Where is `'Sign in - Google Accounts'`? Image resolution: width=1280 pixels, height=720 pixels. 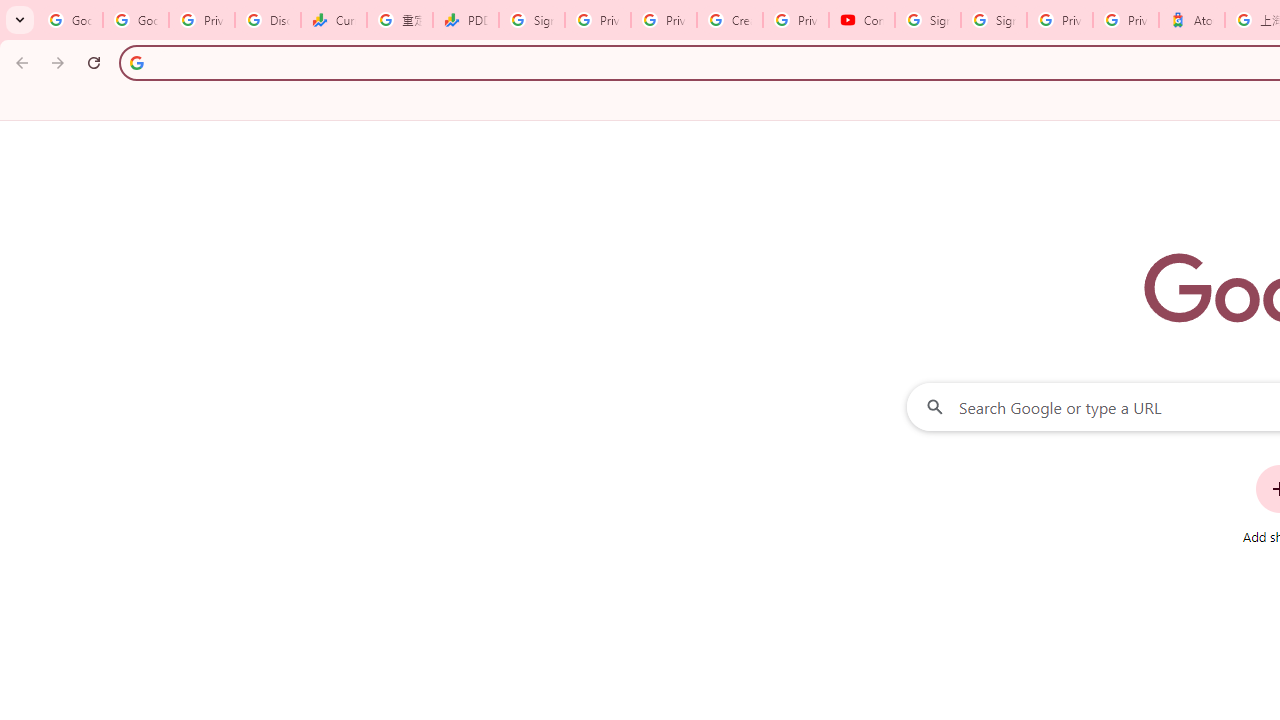
'Sign in - Google Accounts' is located at coordinates (993, 20).